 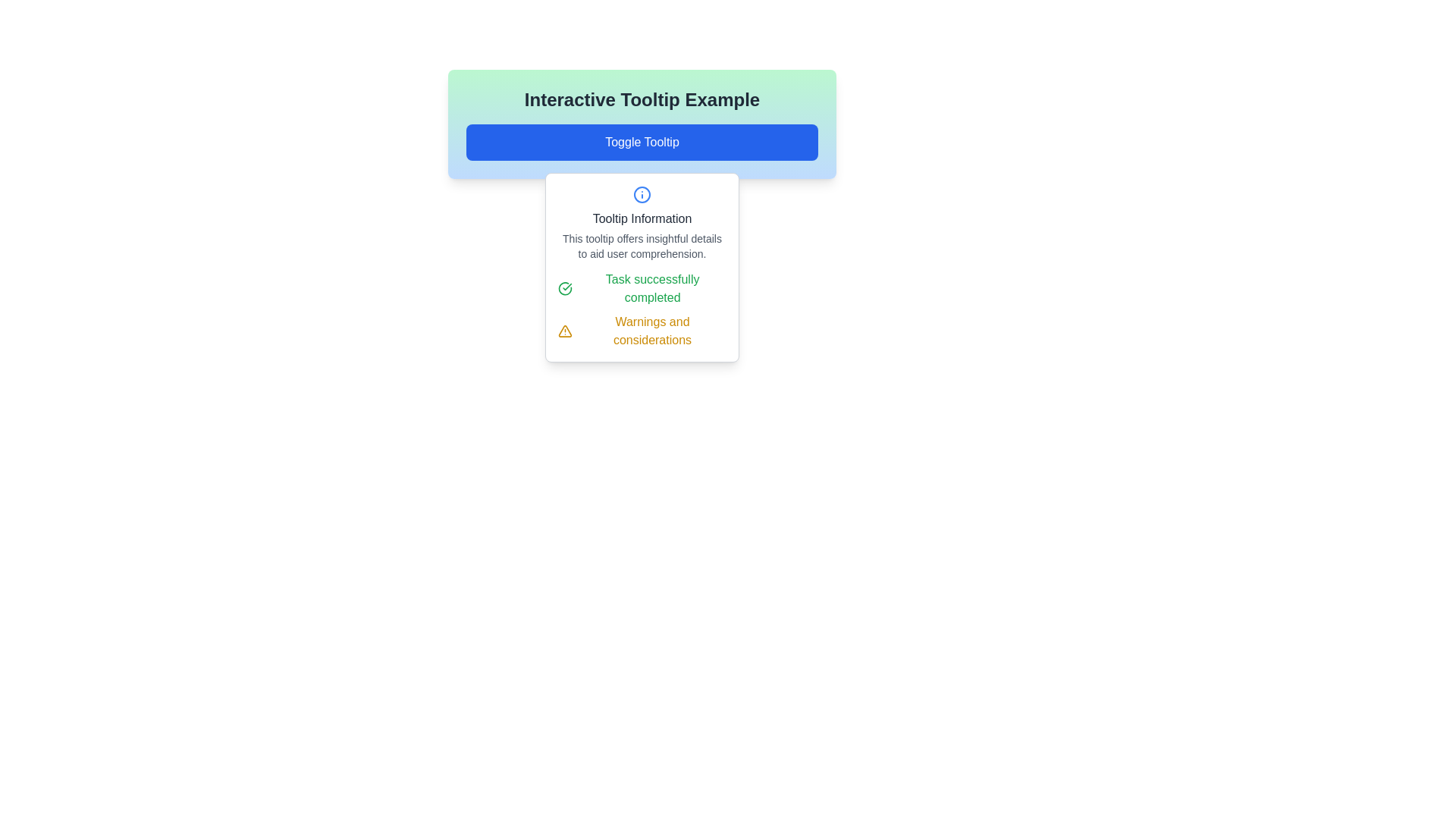 What do you see at coordinates (642, 219) in the screenshot?
I see `text label that serves as a title for the tooltip content, located centrally above a text block` at bounding box center [642, 219].